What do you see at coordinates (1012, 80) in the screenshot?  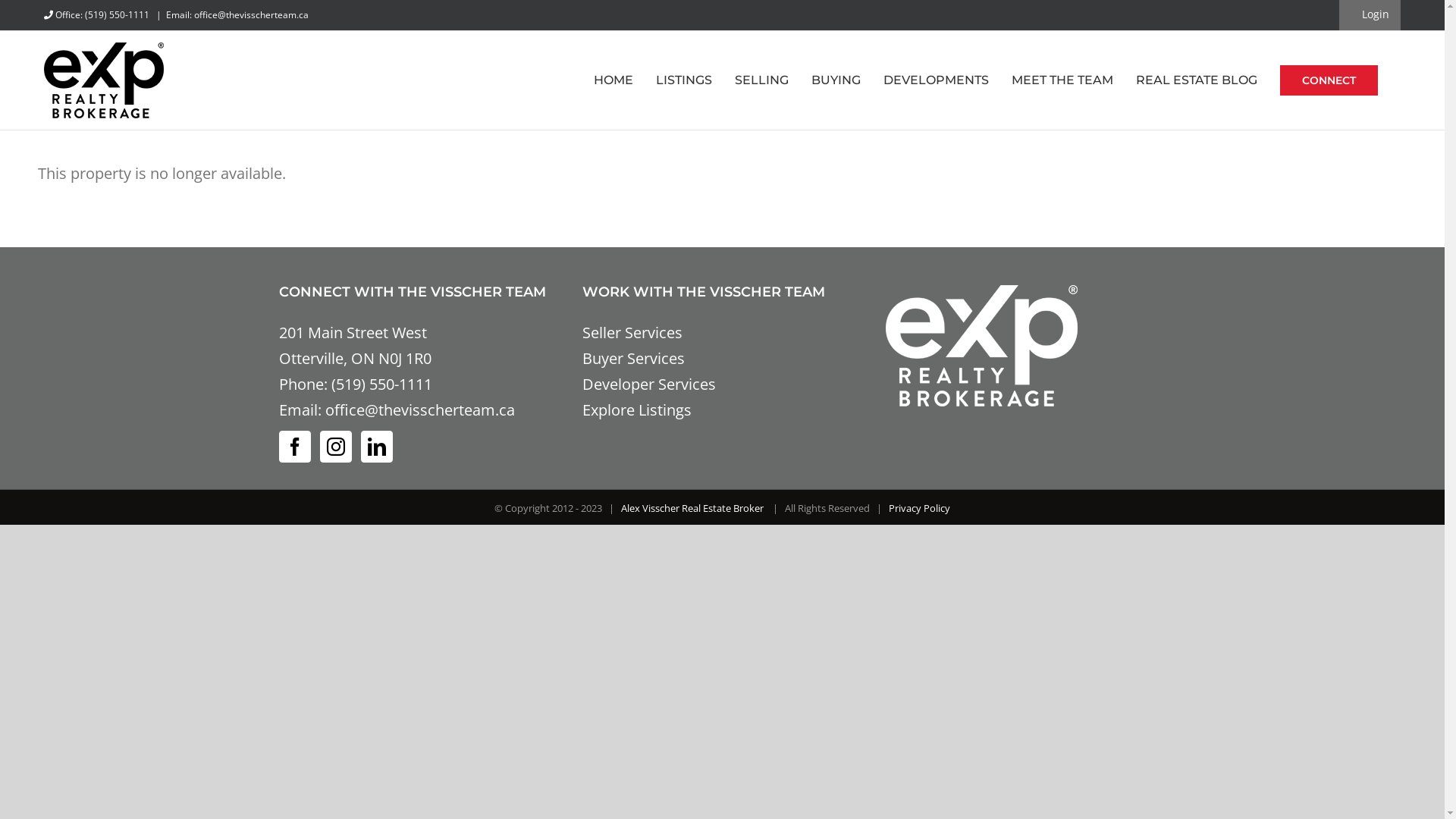 I see `'MEET THE TEAM'` at bounding box center [1012, 80].